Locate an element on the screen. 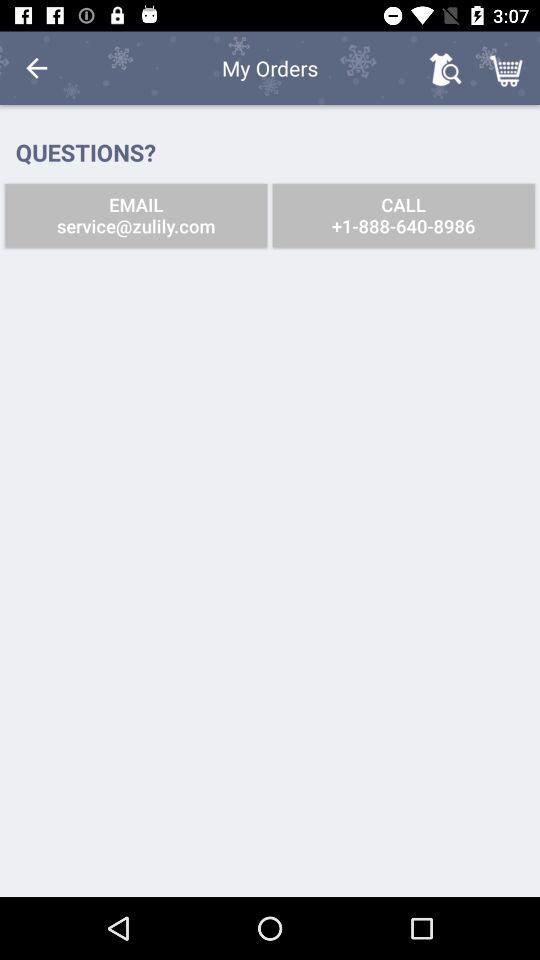  the item next to the my orders icon is located at coordinates (36, 68).